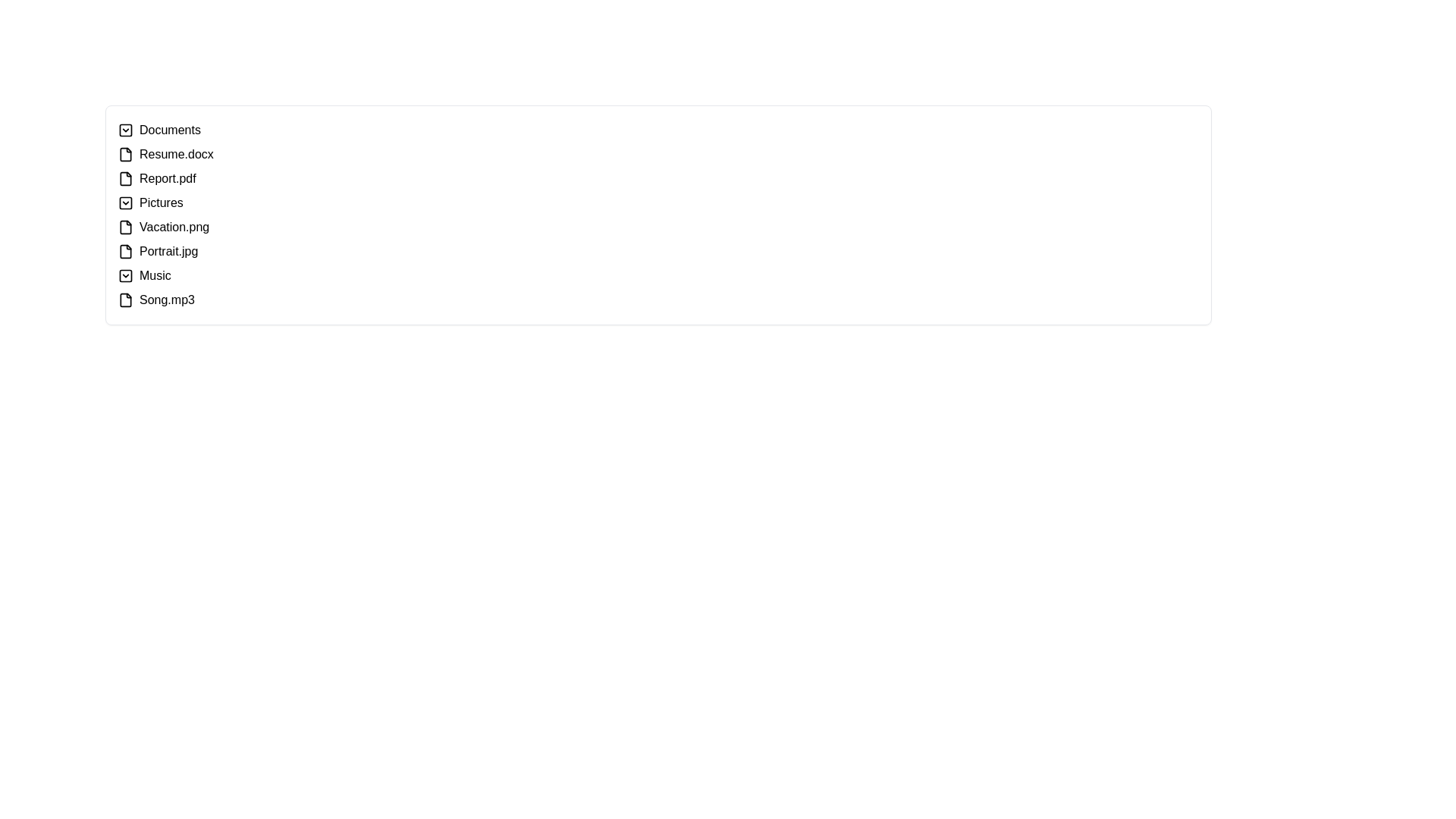 The image size is (1456, 819). What do you see at coordinates (126, 250) in the screenshot?
I see `the SVG-based file icon representing 'Portrait.jpg', which is the sixth item in the list of image files` at bounding box center [126, 250].